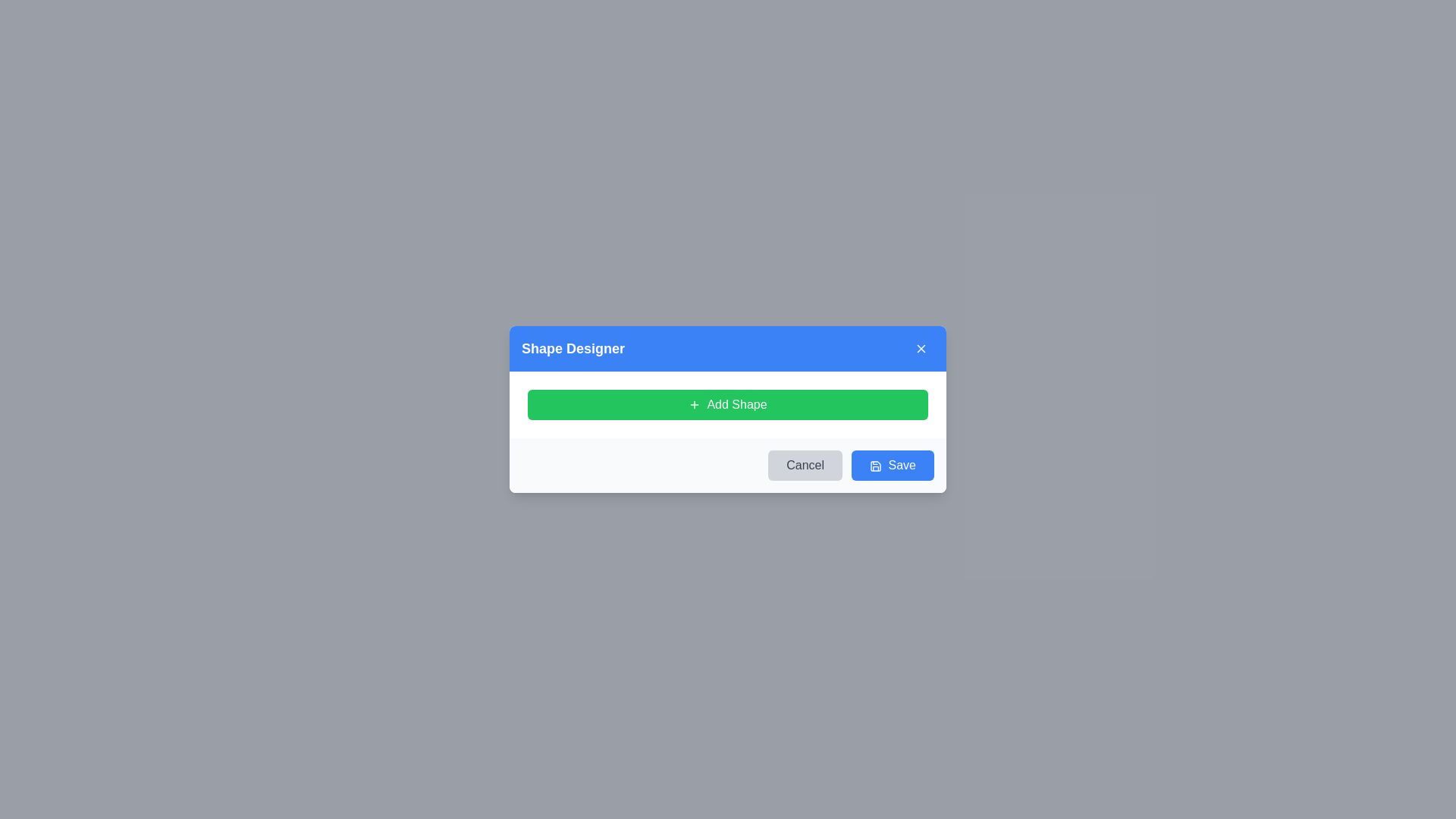 This screenshot has height=819, width=1456. What do you see at coordinates (728, 403) in the screenshot?
I see `the 'Add Shape' button, which is a horizontally rectangular button with rounded corners, bright green color, and contains a '+' icon followed by the text 'Add Shape' in white color, located centrally within the 'Shape Designer' dialog box` at bounding box center [728, 403].